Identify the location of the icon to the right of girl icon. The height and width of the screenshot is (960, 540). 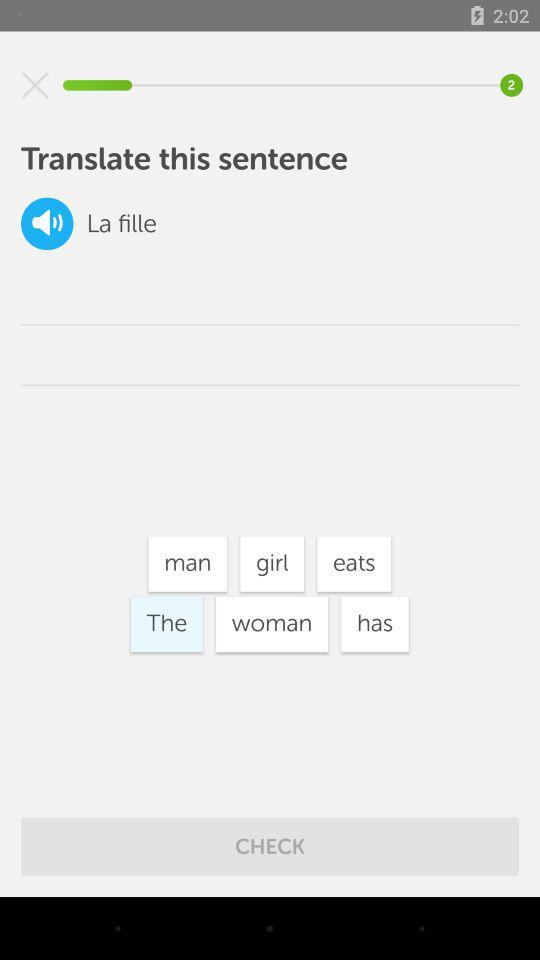
(353, 564).